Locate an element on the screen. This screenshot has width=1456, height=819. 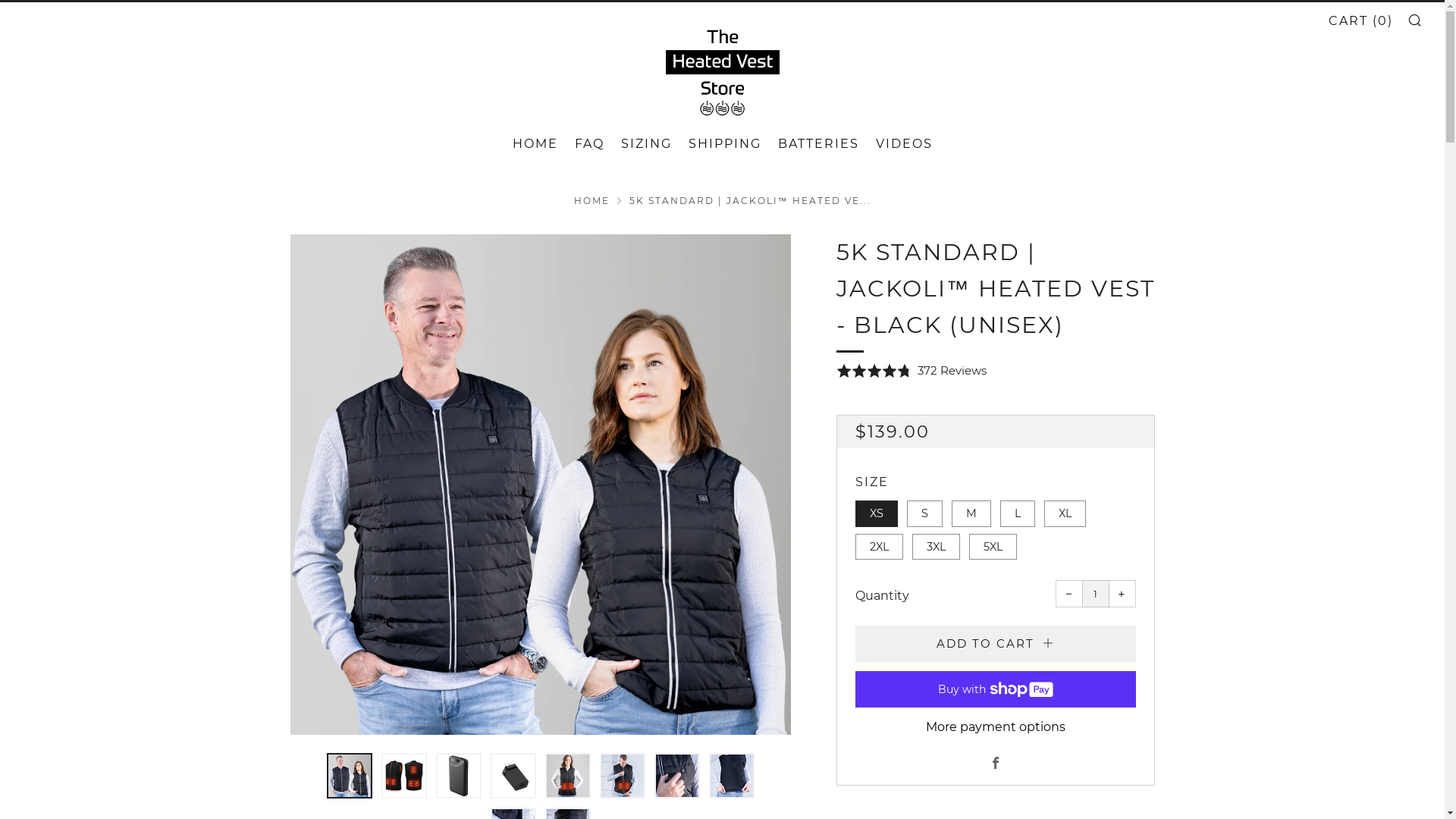
'Facebook' is located at coordinates (994, 764).